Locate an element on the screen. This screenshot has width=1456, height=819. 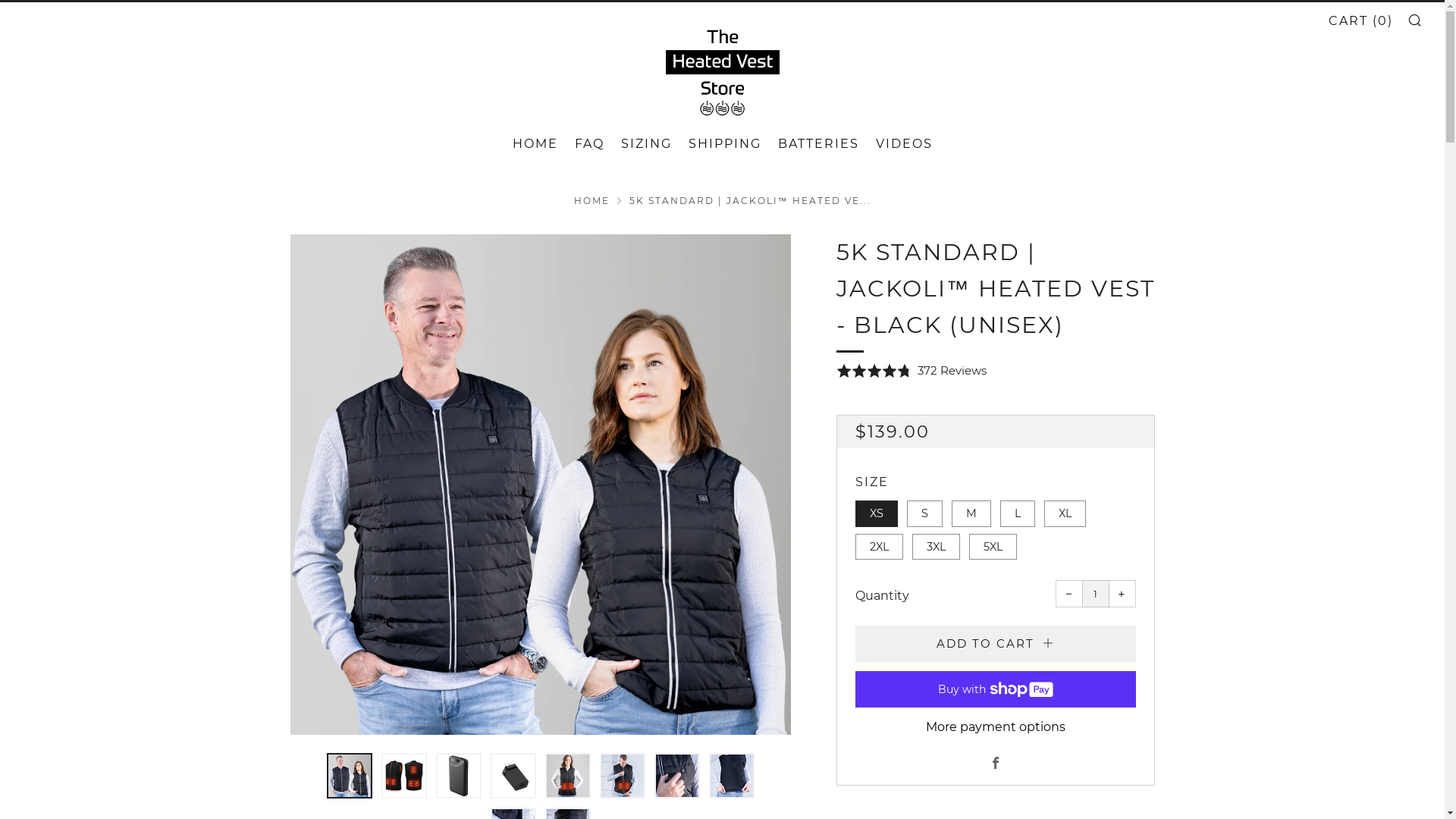
'Facebook' is located at coordinates (994, 764).